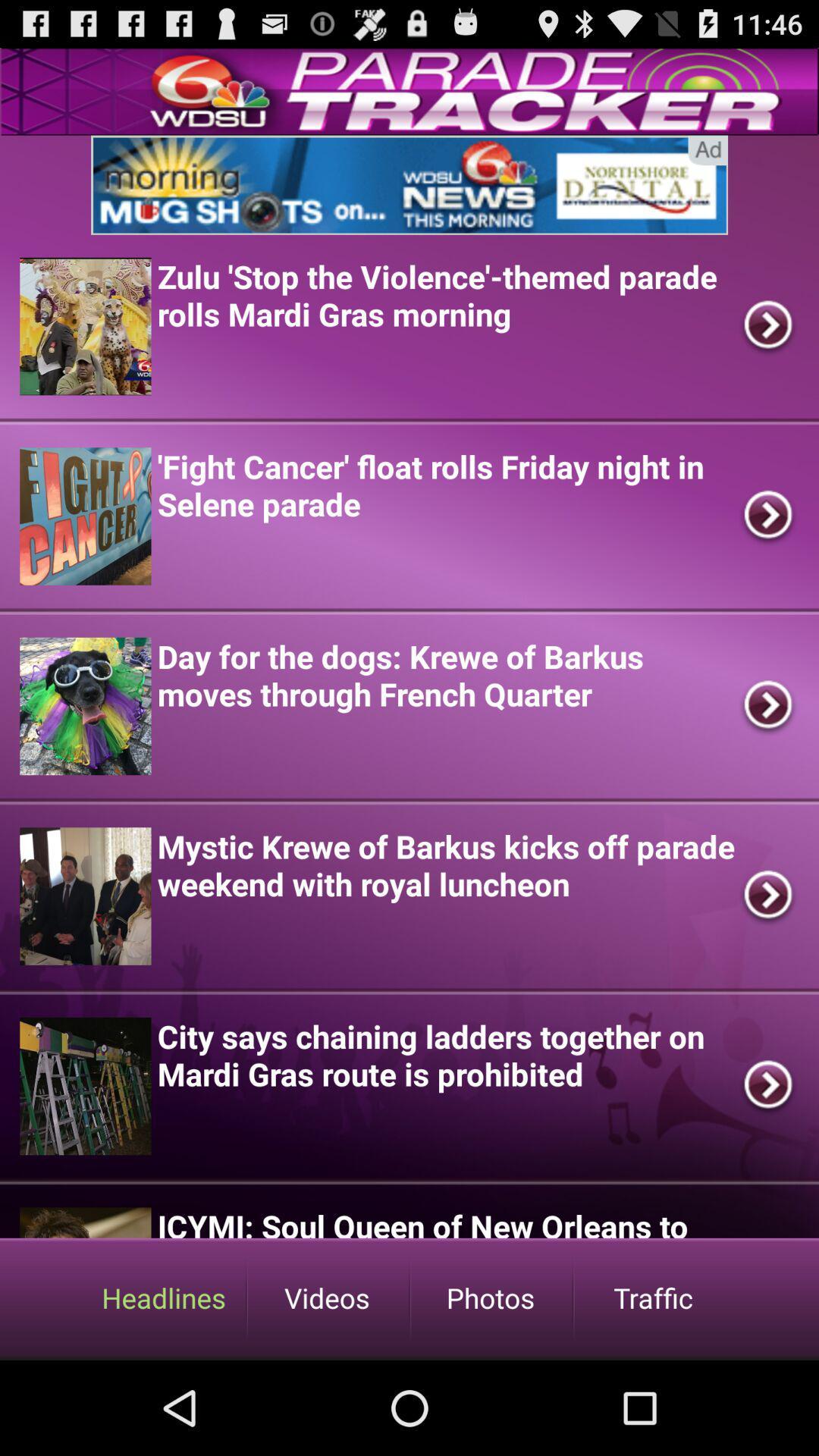  Describe the element at coordinates (85, 1085) in the screenshot. I see `the image beside city says chaining ladders together on mardi gras route is prohibited` at that location.